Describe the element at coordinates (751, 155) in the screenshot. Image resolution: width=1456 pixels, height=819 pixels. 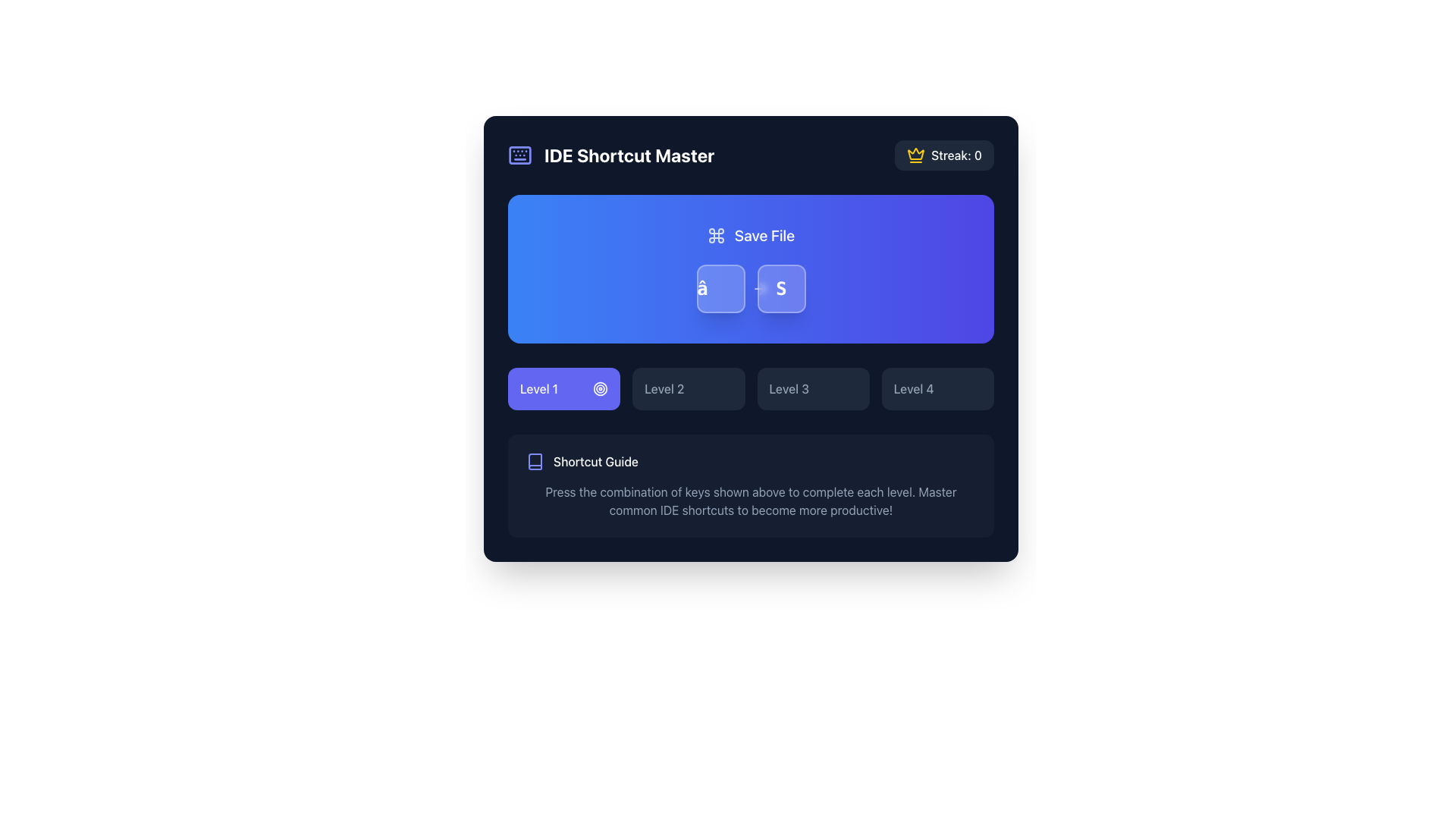
I see `displayed information from the Information Bar which shows 'IDE Shortcut Master' on the left and 'Streak: 0' on the right` at that location.